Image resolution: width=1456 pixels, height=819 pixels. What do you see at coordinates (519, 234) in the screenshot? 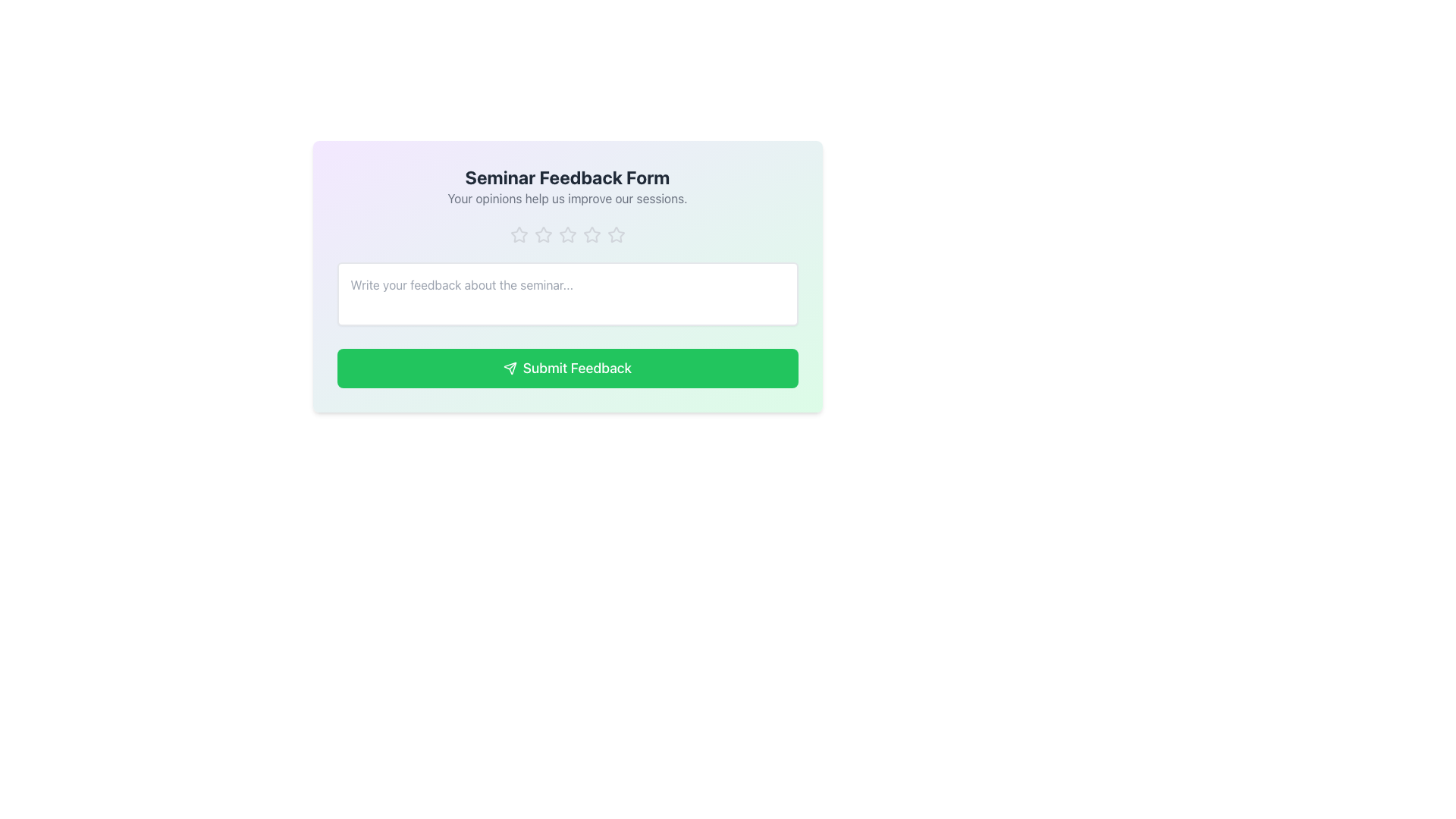
I see `the first star-shaped icon button under the label 'Seminar Feedback Form'` at bounding box center [519, 234].